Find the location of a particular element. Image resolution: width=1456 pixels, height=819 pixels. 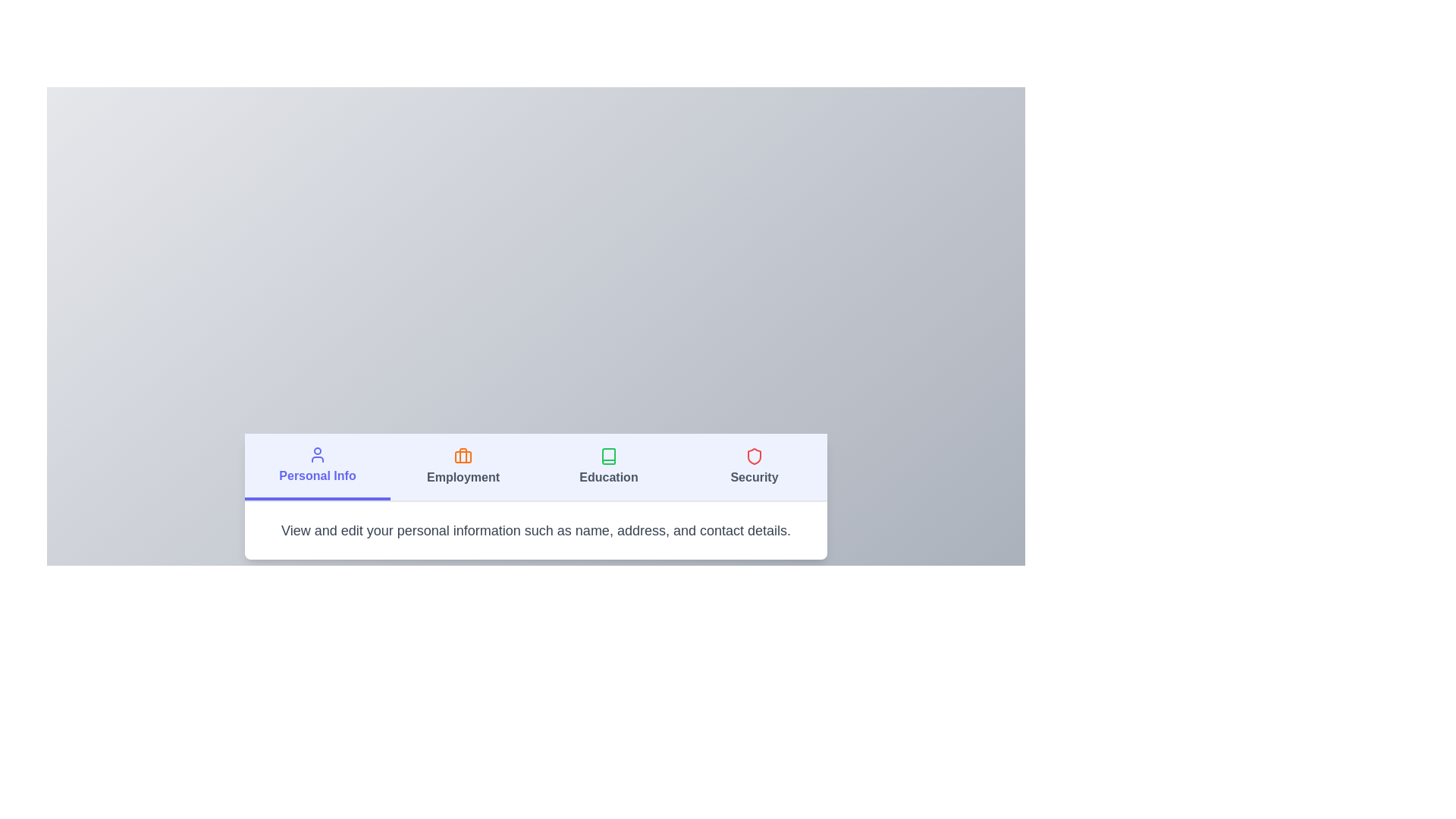

the Employment tab to view its content is located at coordinates (462, 466).